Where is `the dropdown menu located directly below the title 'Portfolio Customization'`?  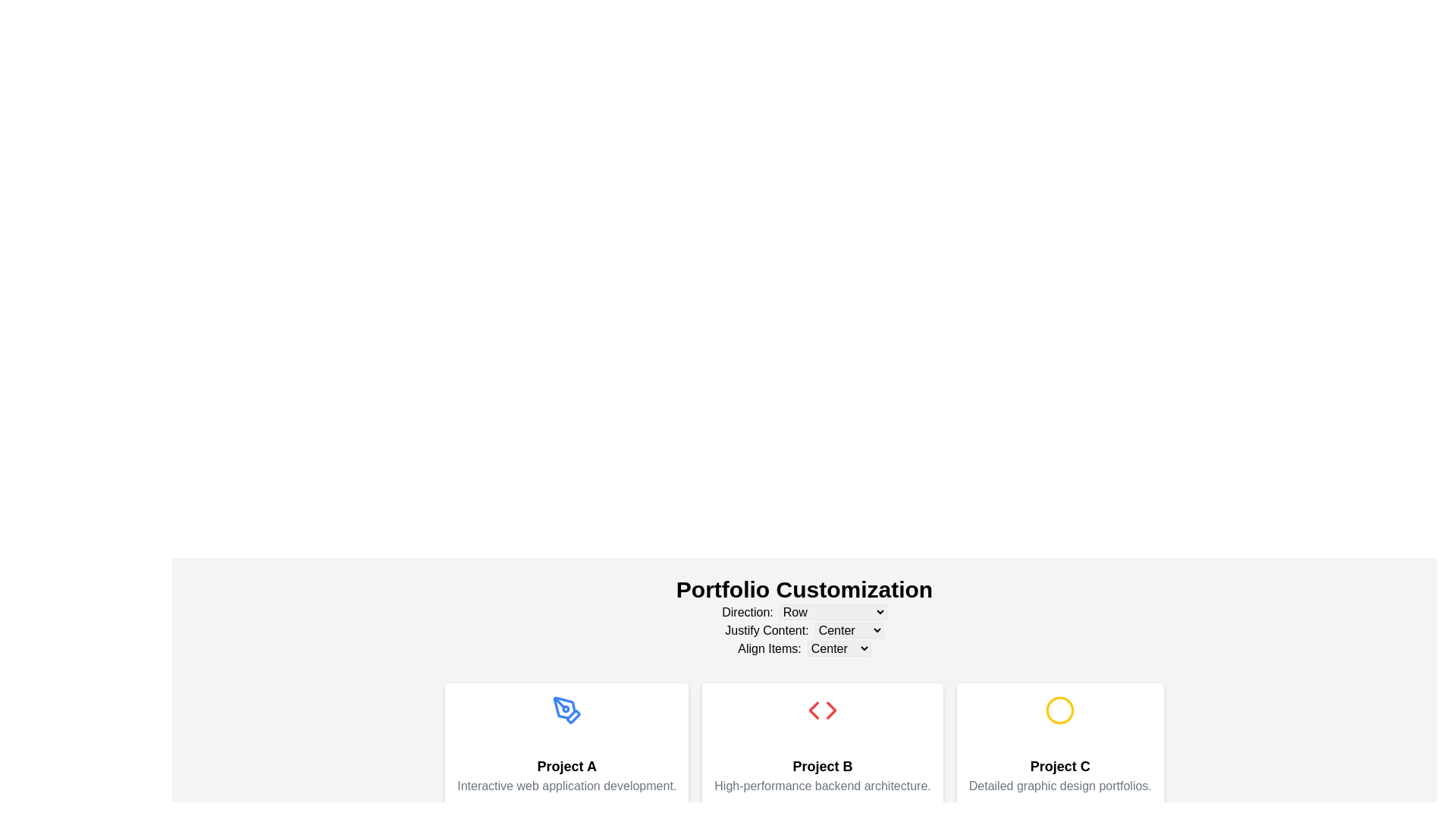 the dropdown menu located directly below the title 'Portfolio Customization' is located at coordinates (803, 611).